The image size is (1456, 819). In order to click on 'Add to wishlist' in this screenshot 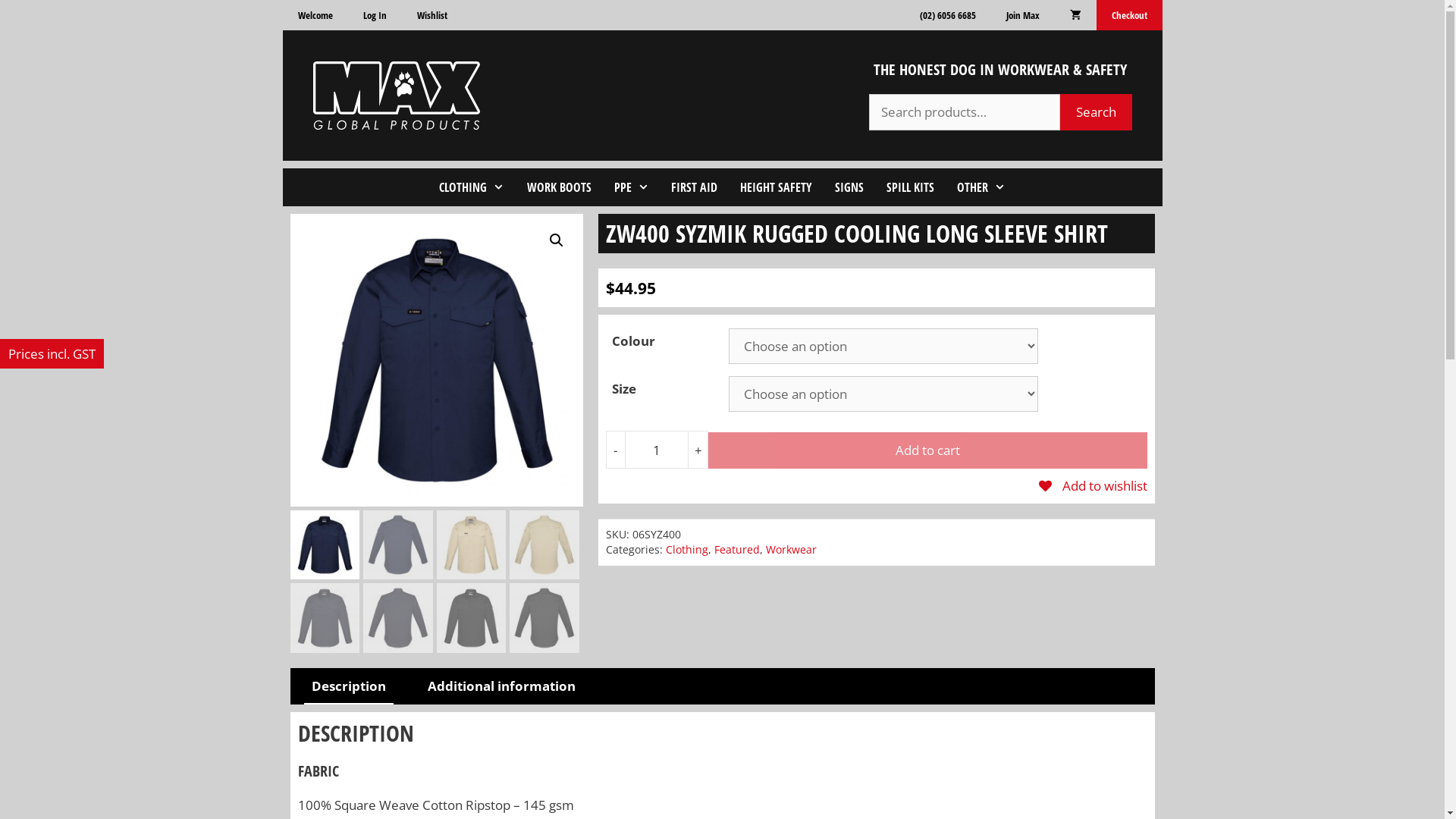, I will do `click(1093, 485)`.